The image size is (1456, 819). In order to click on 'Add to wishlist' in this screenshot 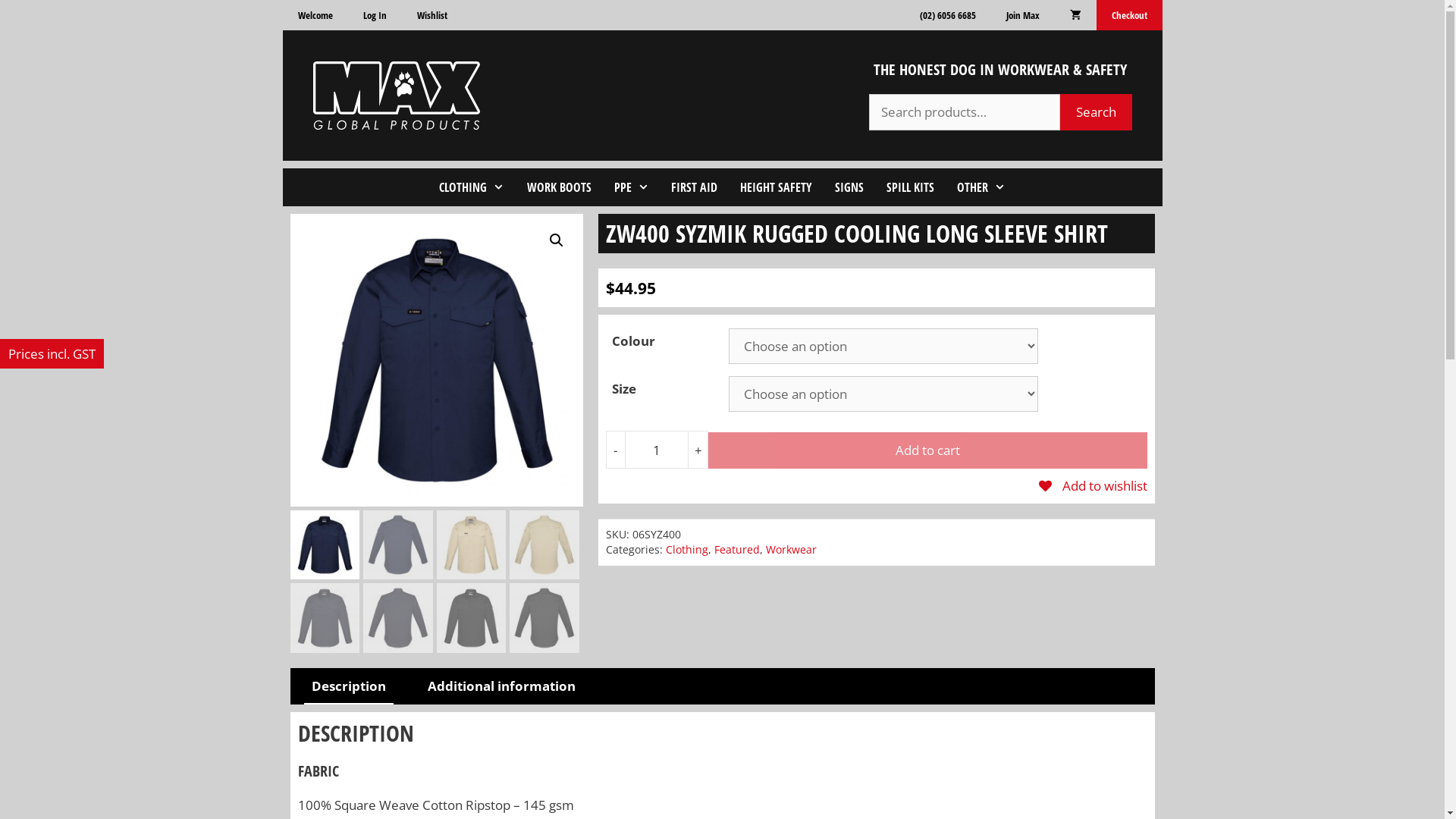, I will do `click(1093, 485)`.